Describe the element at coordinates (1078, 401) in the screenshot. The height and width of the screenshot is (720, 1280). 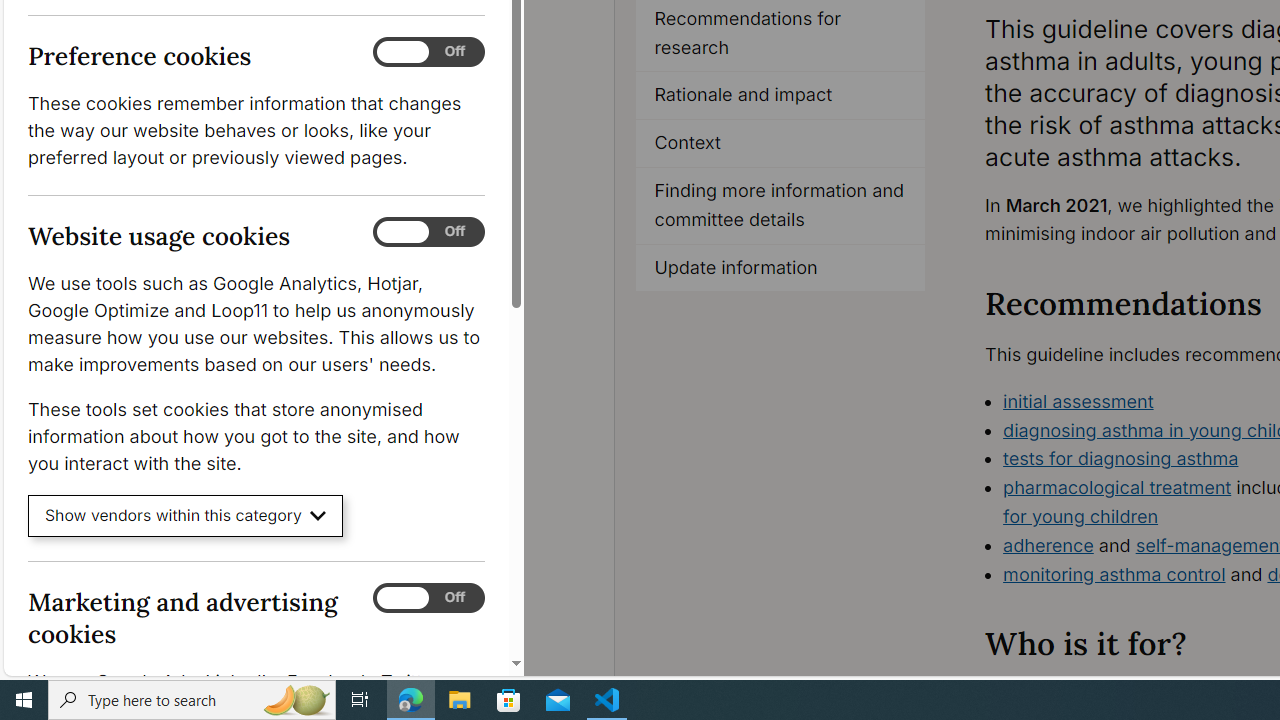
I see `'initial assessment'` at that location.